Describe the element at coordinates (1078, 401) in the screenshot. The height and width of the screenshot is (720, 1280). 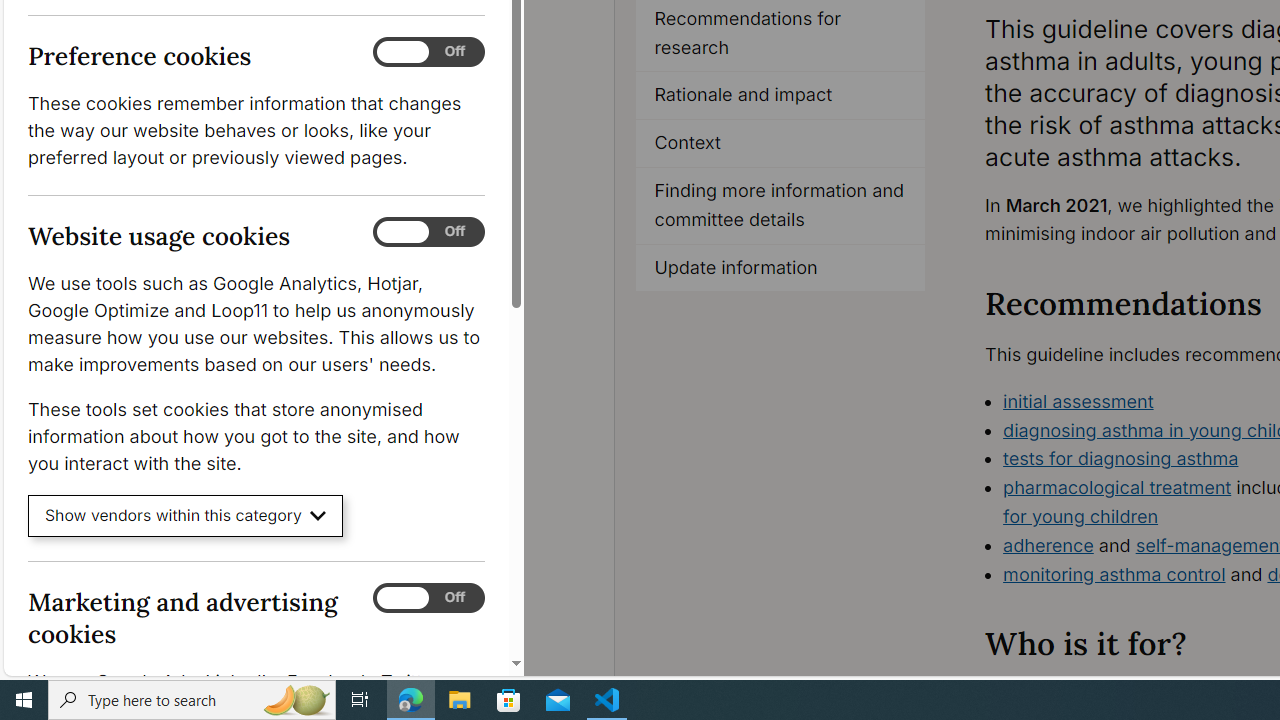
I see `'initial assessment'` at that location.